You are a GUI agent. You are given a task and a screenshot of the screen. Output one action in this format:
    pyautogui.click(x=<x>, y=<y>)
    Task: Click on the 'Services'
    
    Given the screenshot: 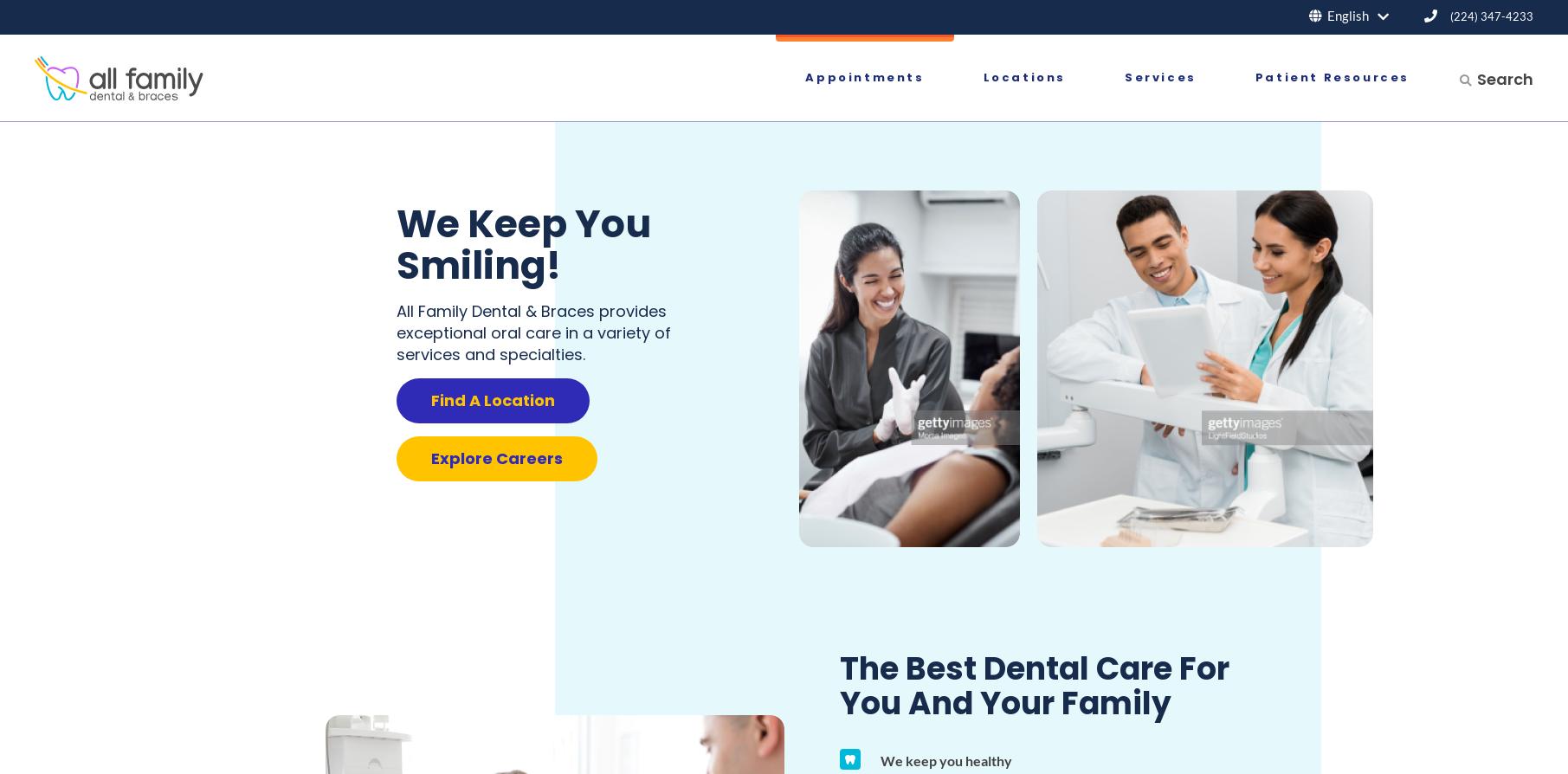 What is the action you would take?
    pyautogui.click(x=1158, y=77)
    